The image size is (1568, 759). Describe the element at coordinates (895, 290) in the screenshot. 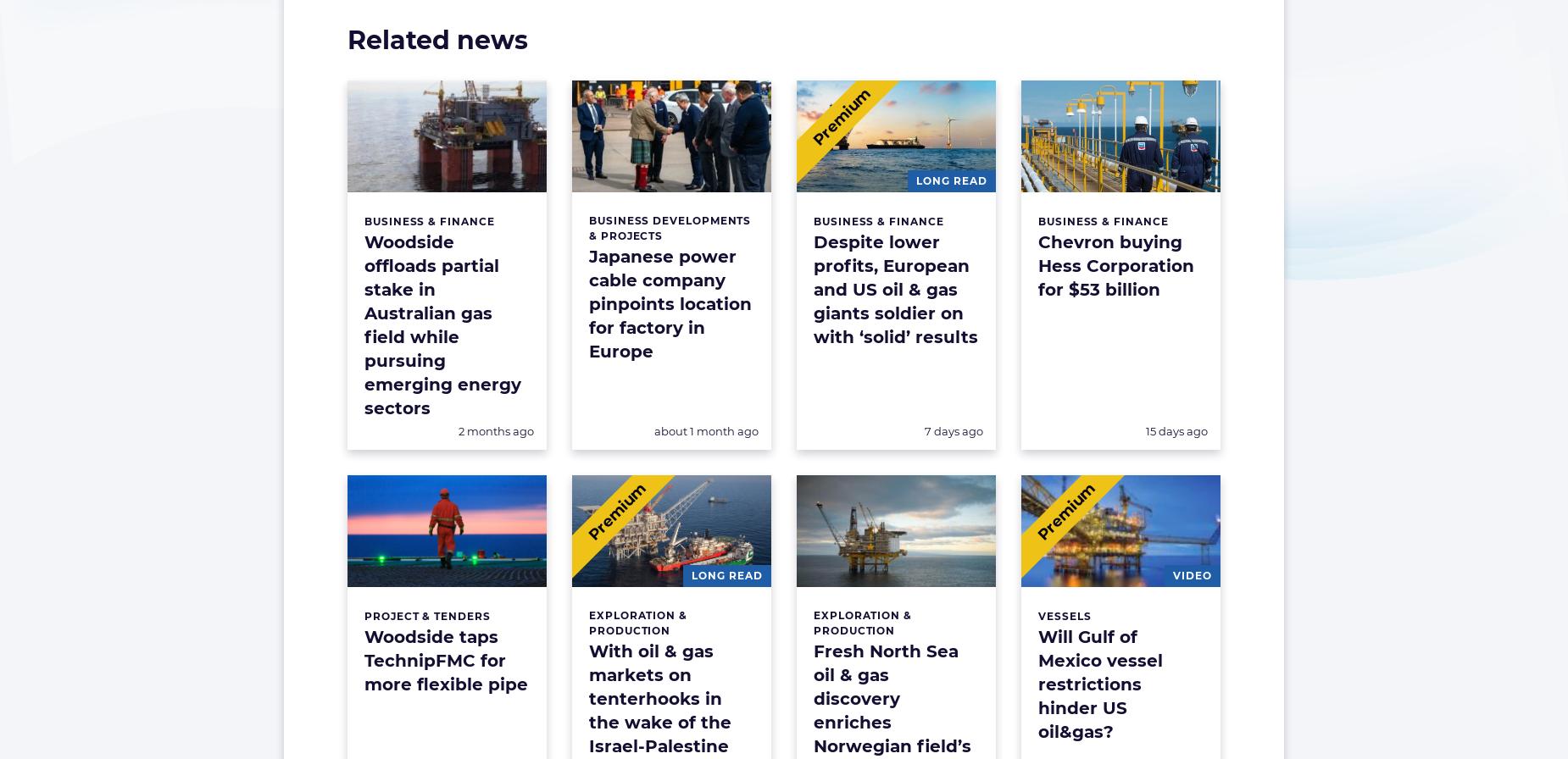

I see `'Despite lower profits, European and US oil & gas giants soldier on with ‘solid’ results'` at that location.